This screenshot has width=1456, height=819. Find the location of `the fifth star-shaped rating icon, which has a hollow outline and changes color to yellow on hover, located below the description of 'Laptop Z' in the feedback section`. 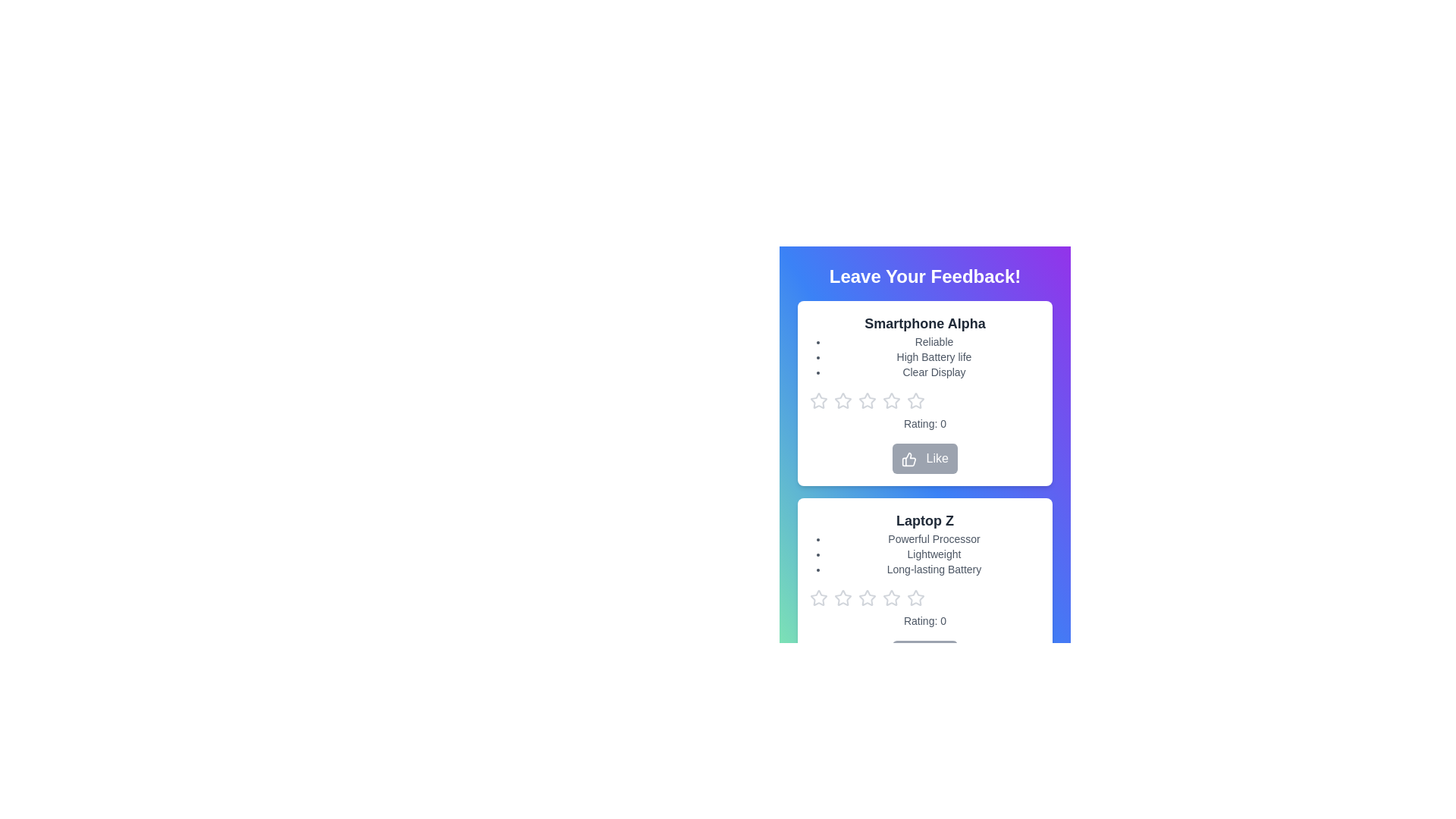

the fifth star-shaped rating icon, which has a hollow outline and changes color to yellow on hover, located below the description of 'Laptop Z' in the feedback section is located at coordinates (892, 598).